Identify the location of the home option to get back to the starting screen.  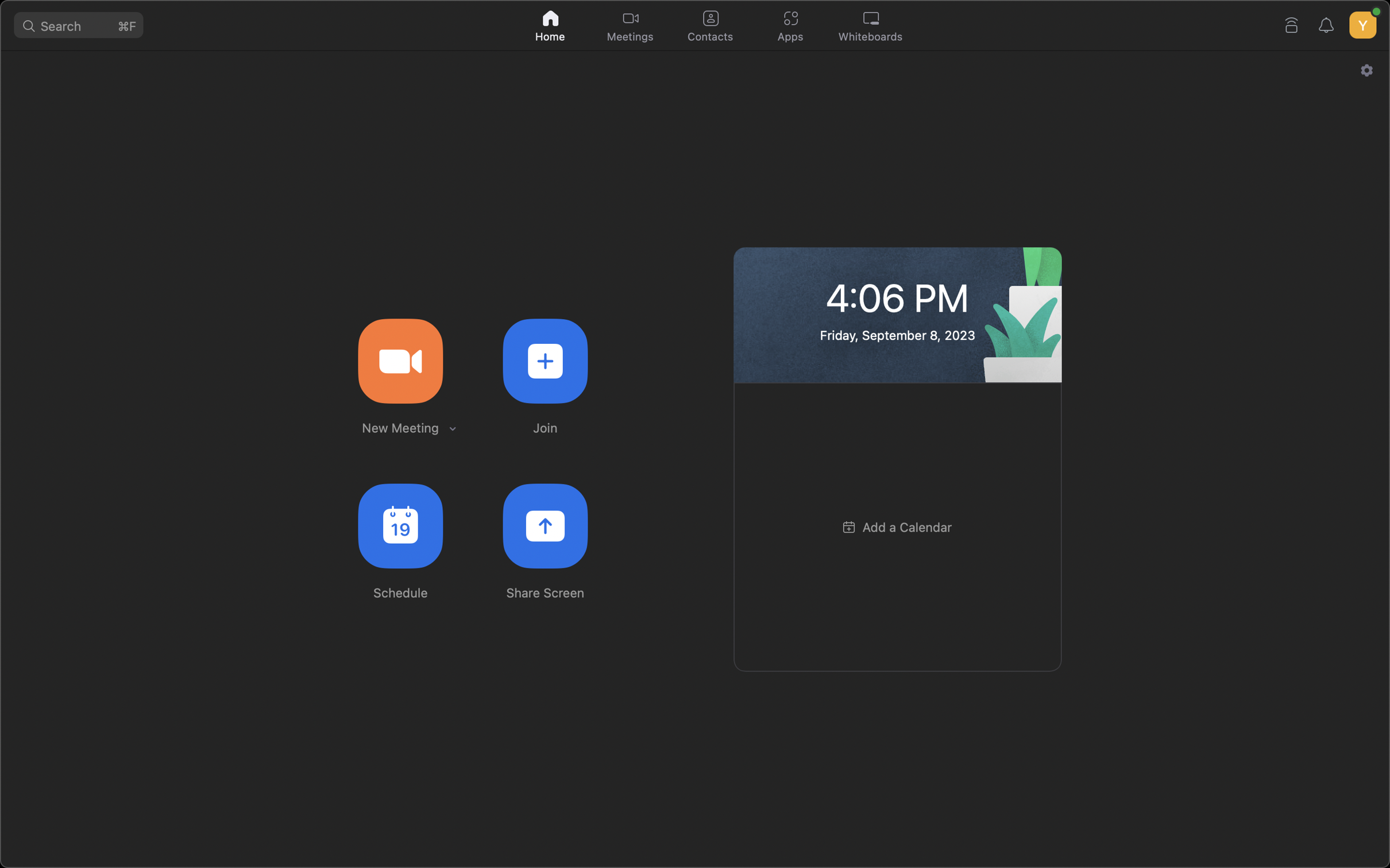
(551, 24).